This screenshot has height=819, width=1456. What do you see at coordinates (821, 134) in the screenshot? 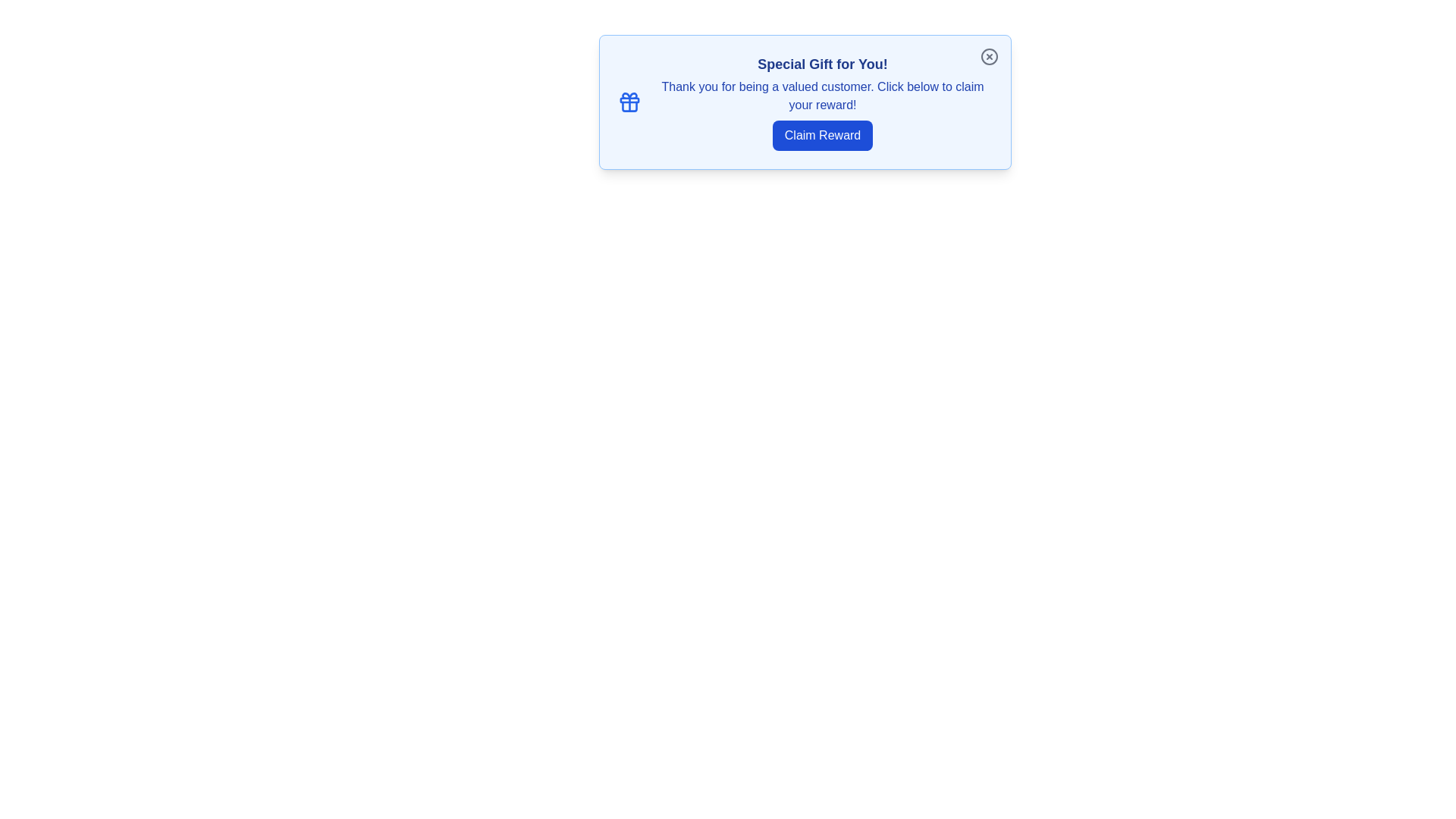
I see `the 'Claim Reward' button to claim the reward` at bounding box center [821, 134].